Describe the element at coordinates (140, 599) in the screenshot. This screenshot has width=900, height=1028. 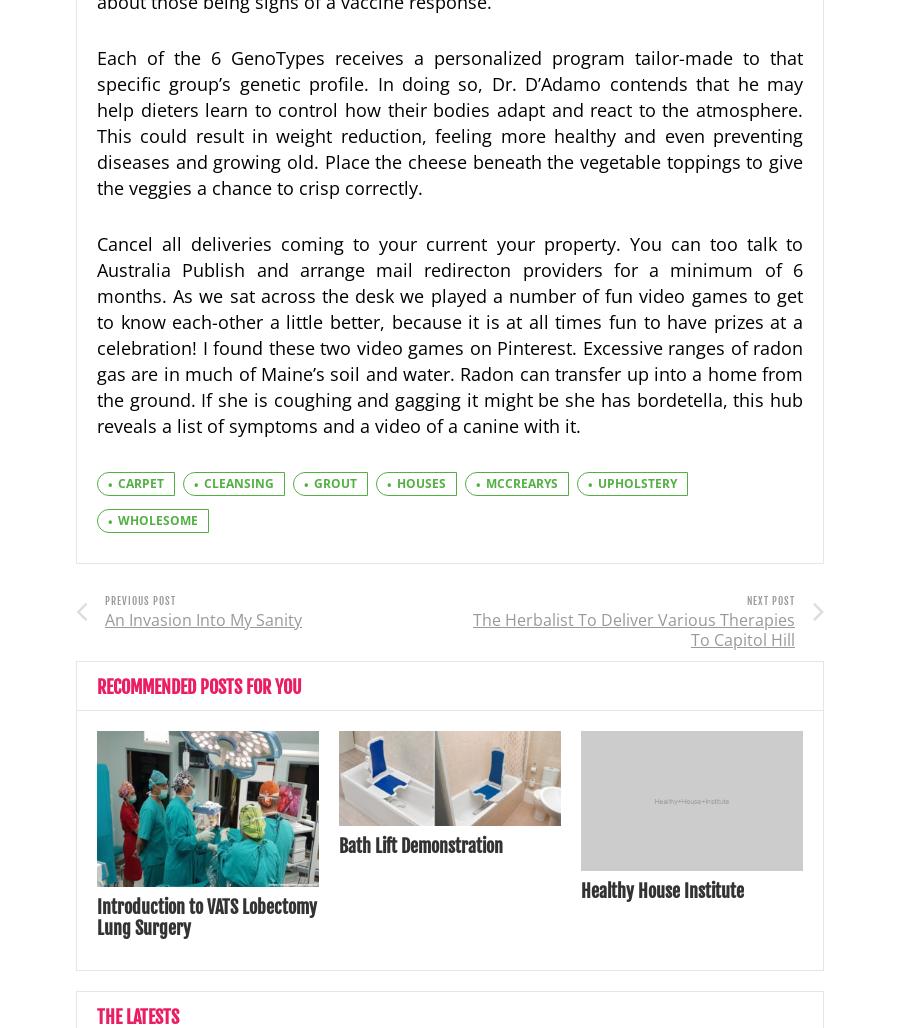
I see `'Previous Post'` at that location.